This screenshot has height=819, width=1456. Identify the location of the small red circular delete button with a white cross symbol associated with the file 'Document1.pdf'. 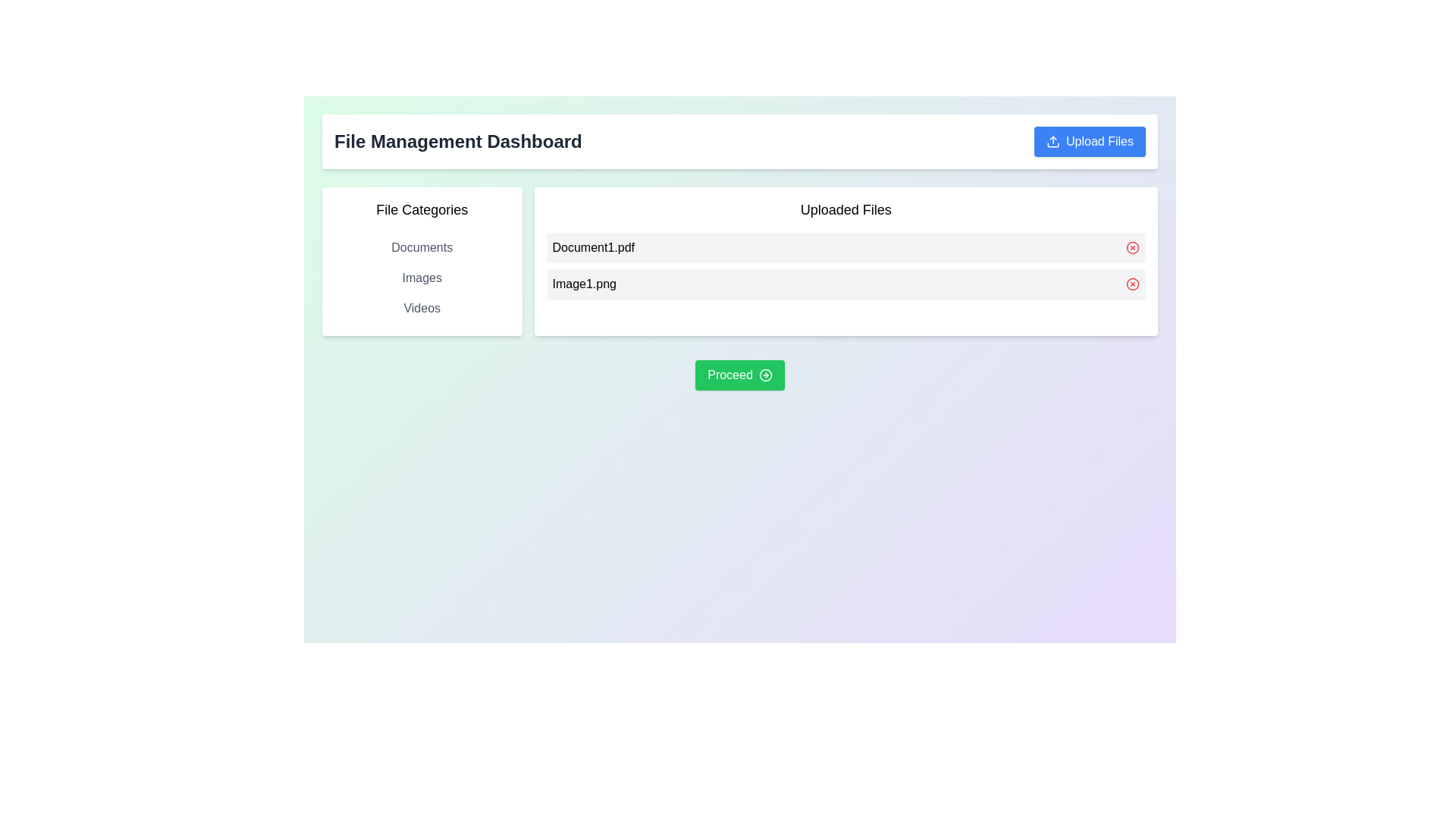
(1132, 247).